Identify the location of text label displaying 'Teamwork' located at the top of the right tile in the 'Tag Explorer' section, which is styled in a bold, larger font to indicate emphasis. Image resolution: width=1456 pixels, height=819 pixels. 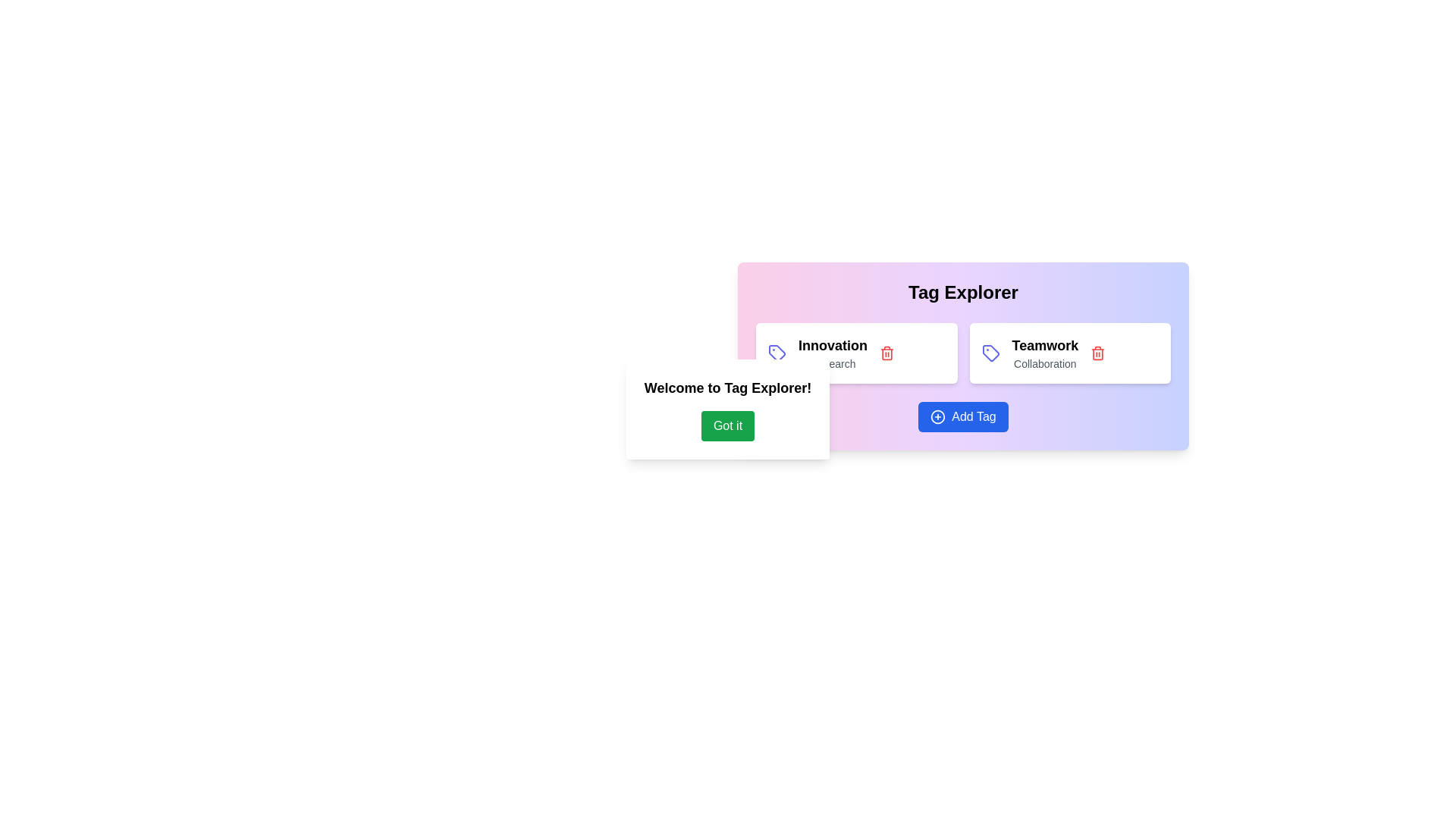
(1044, 345).